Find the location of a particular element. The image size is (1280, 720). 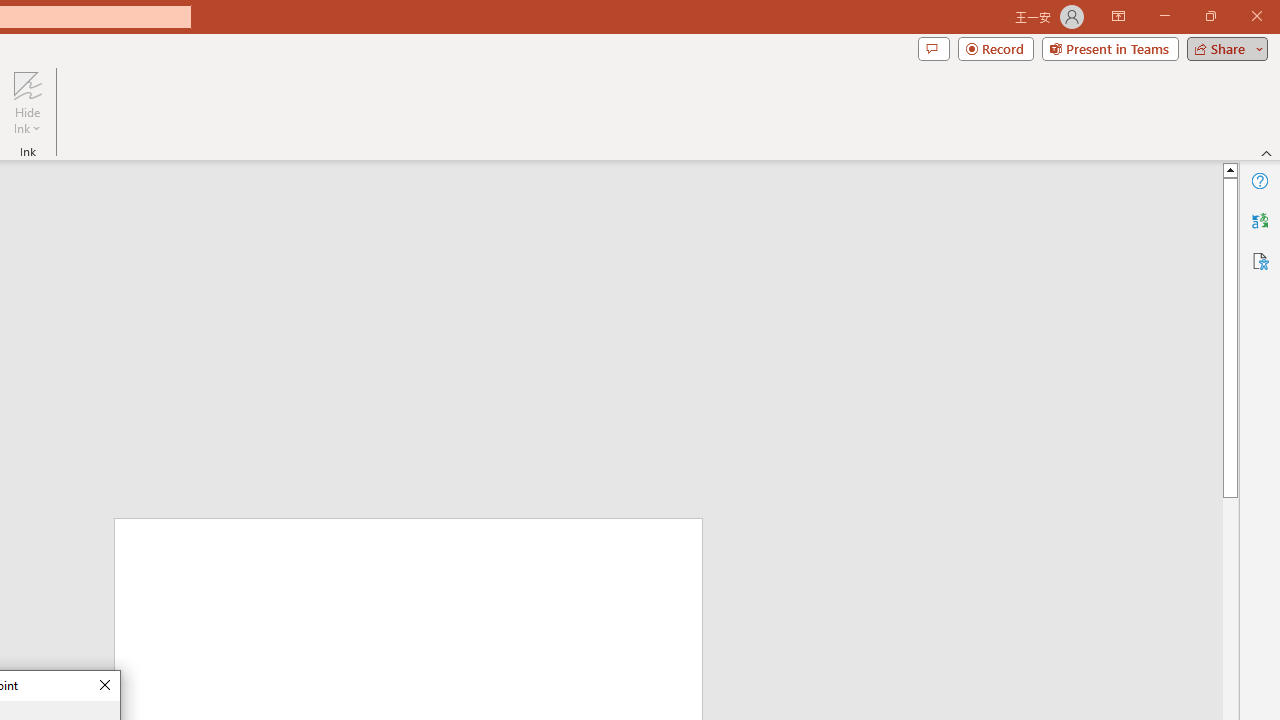

'Line up' is located at coordinates (1229, 168).